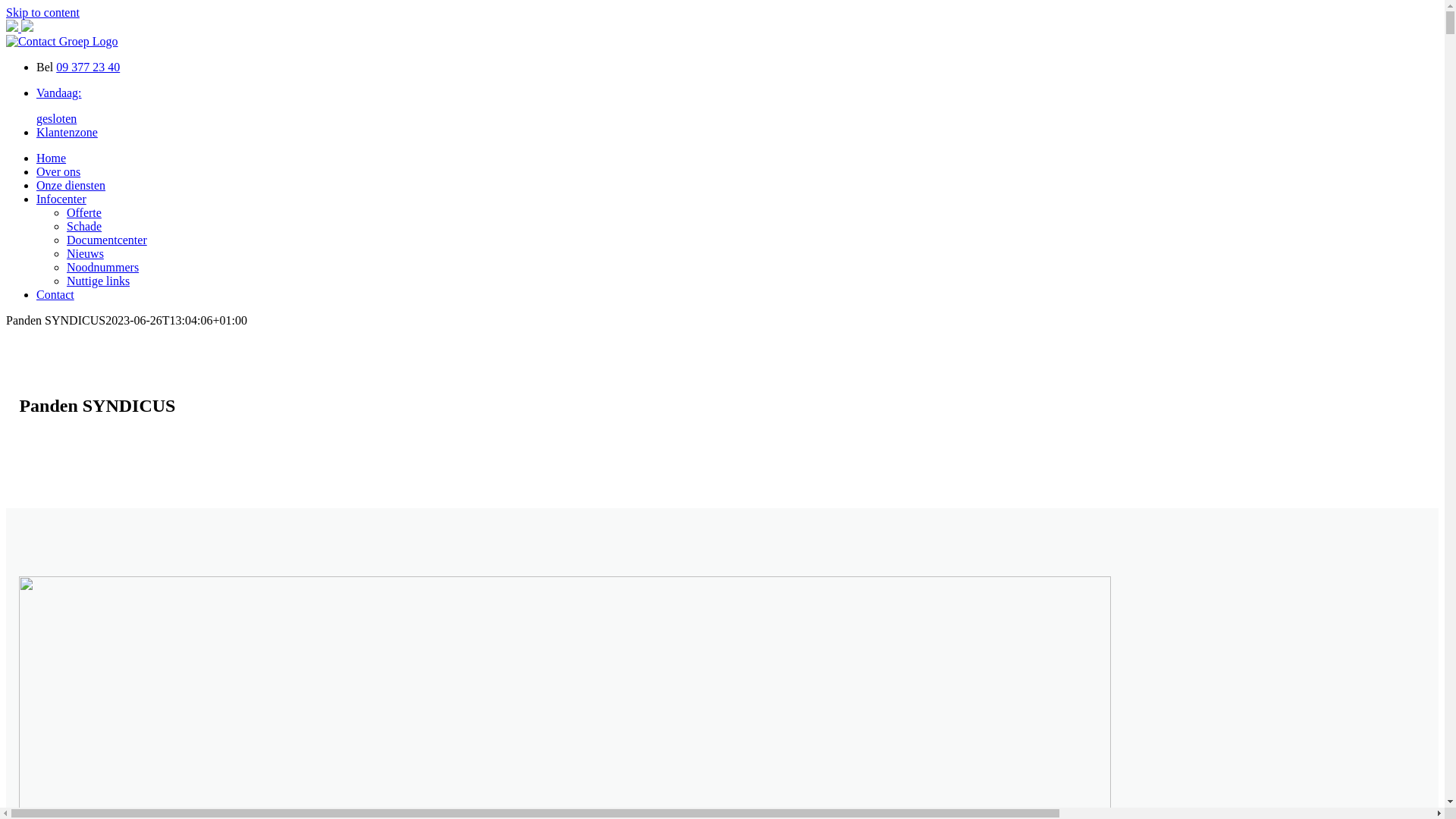 The width and height of the screenshot is (1456, 819). Describe the element at coordinates (84, 253) in the screenshot. I see `'Nieuws'` at that location.